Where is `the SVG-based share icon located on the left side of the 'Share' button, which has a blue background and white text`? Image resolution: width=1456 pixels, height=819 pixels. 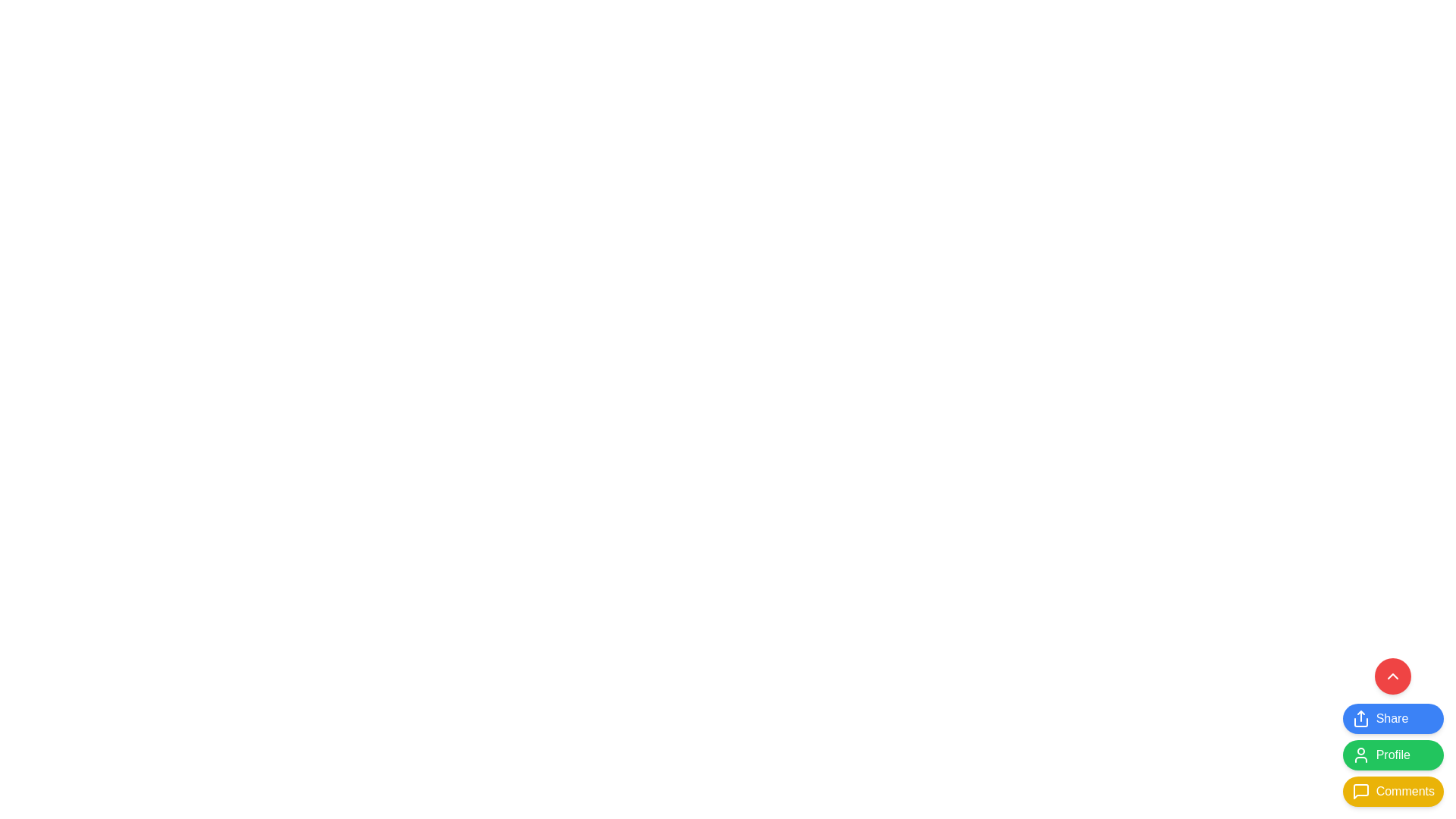 the SVG-based share icon located on the left side of the 'Share' button, which has a blue background and white text is located at coordinates (1360, 718).